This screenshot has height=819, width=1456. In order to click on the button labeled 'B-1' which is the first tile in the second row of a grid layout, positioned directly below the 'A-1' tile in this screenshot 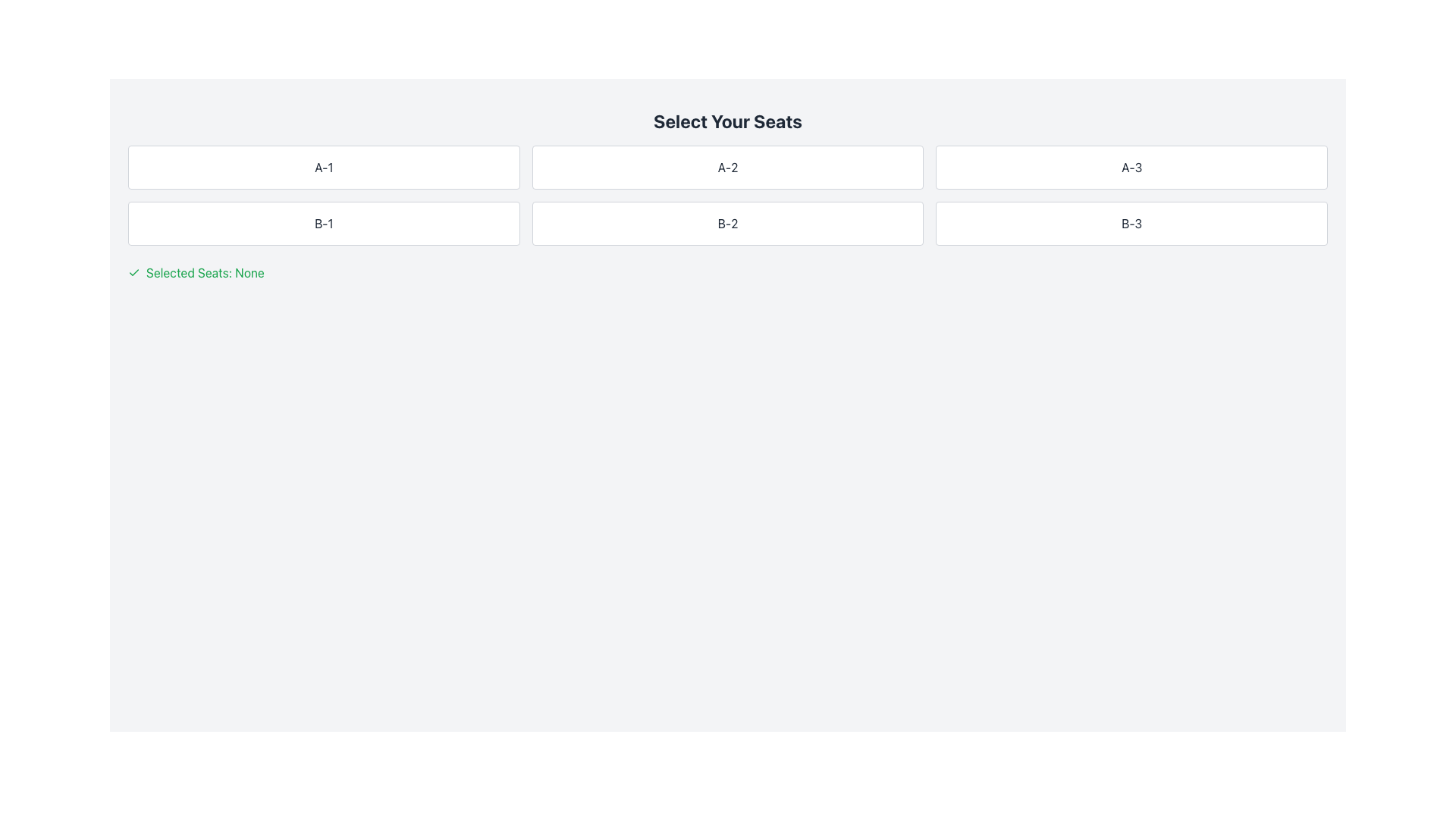, I will do `click(323, 223)`.